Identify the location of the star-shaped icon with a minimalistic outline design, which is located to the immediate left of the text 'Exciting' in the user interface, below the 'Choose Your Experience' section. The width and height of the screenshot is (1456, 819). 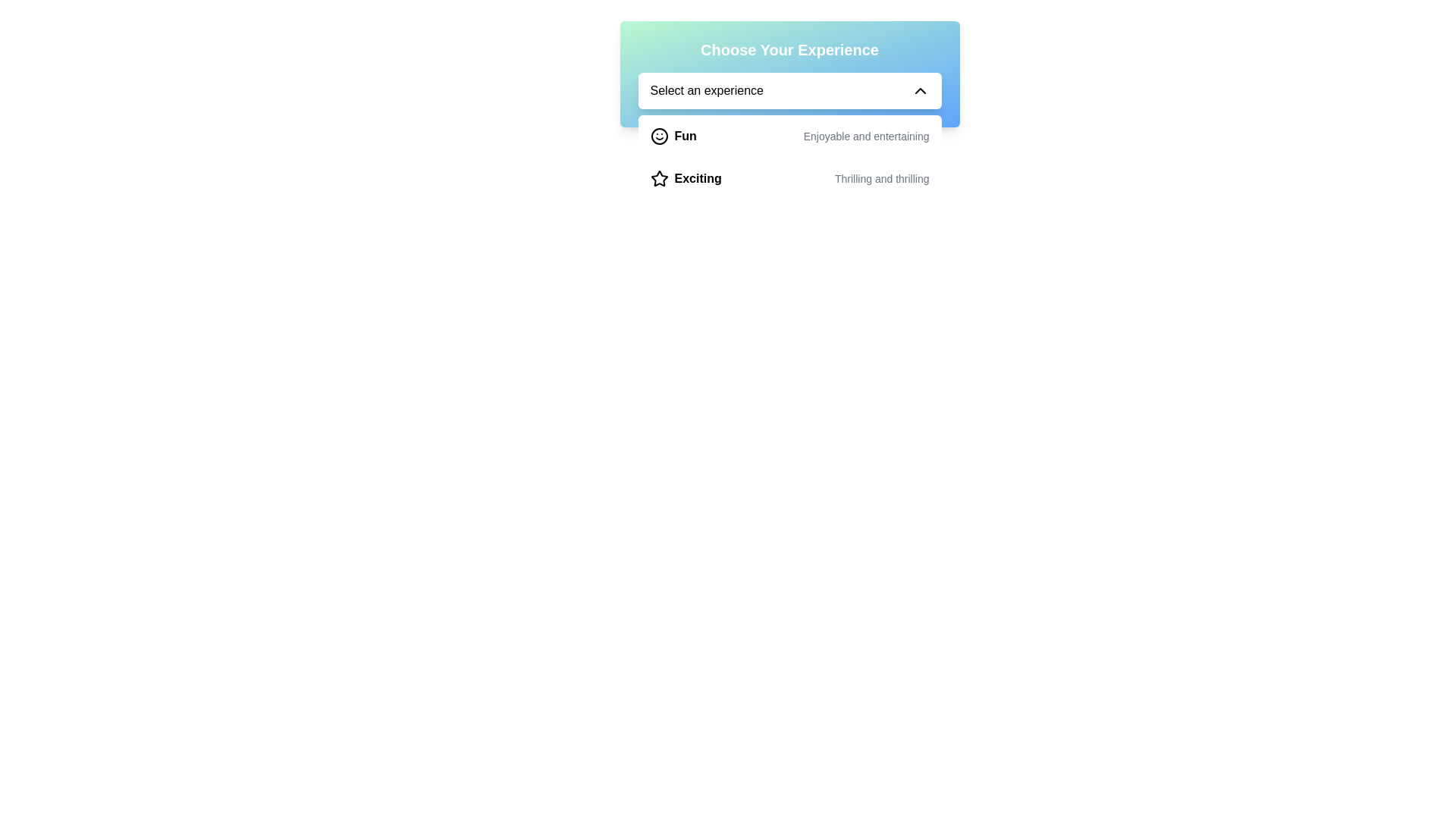
(659, 177).